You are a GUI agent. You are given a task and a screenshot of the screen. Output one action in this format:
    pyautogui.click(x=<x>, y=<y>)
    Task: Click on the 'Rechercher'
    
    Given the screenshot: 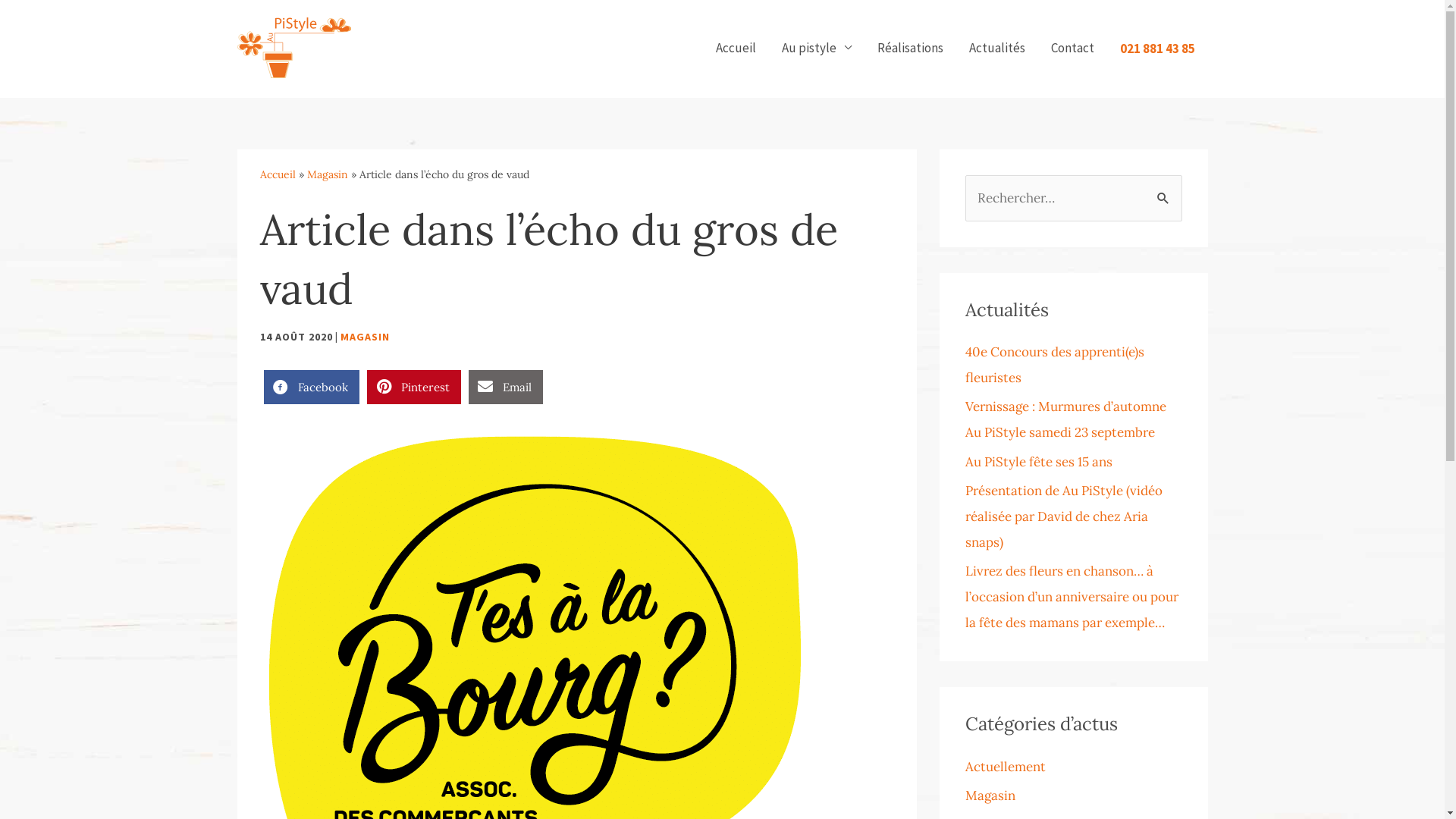 What is the action you would take?
    pyautogui.click(x=1164, y=196)
    